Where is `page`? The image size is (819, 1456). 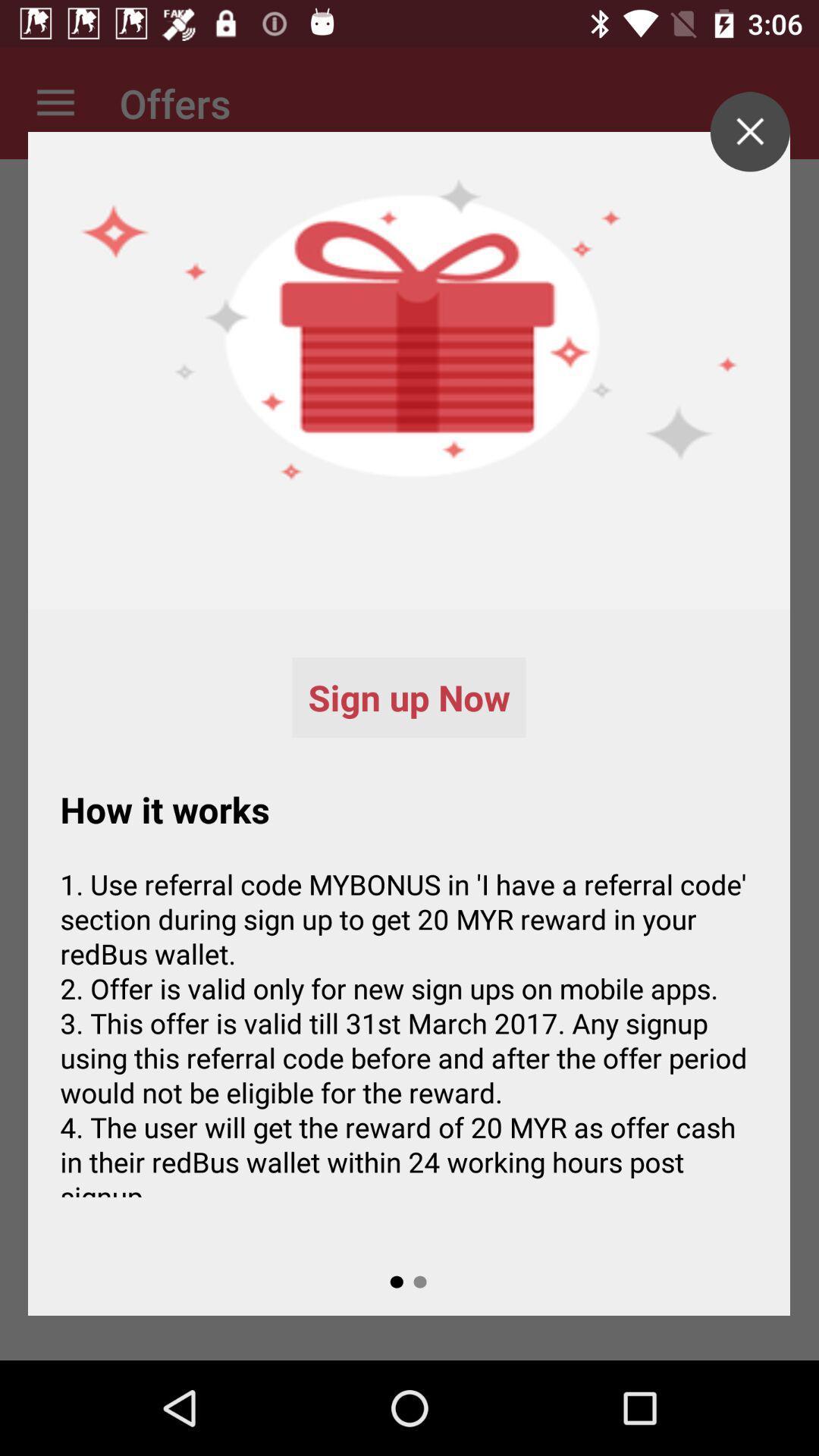 page is located at coordinates (749, 131).